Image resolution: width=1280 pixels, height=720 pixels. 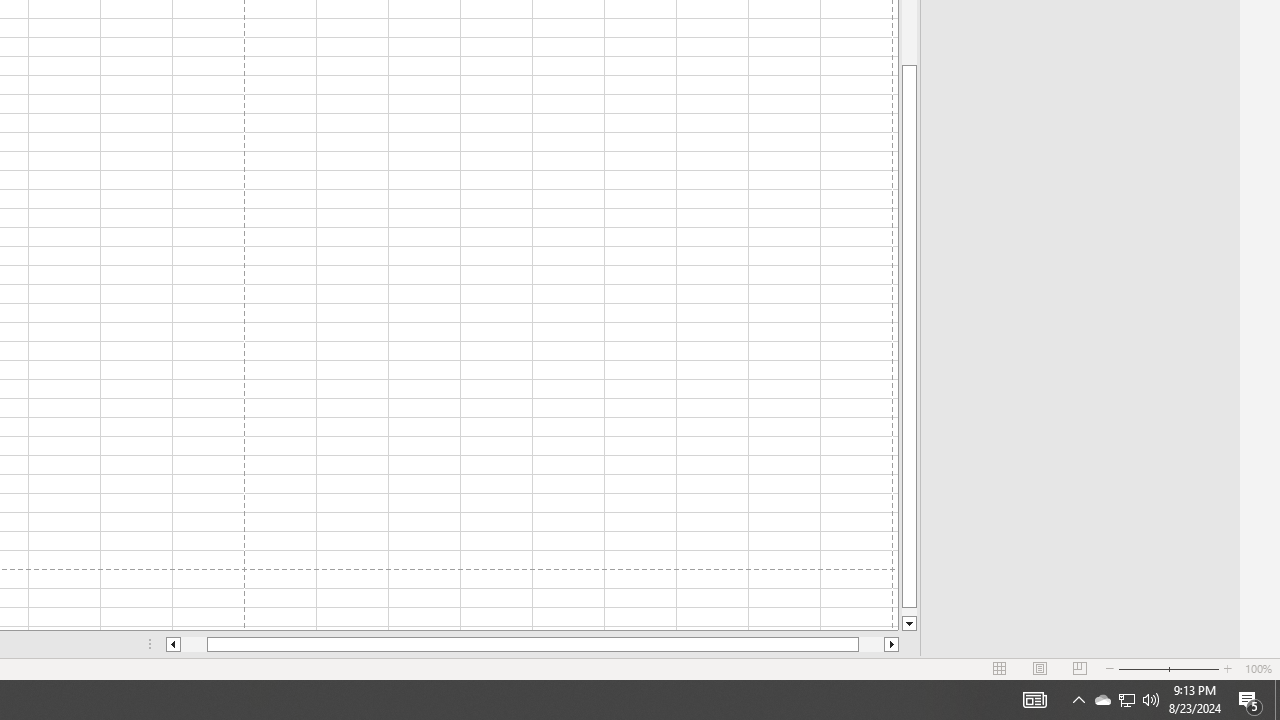 What do you see at coordinates (908, 611) in the screenshot?
I see `'Page down'` at bounding box center [908, 611].